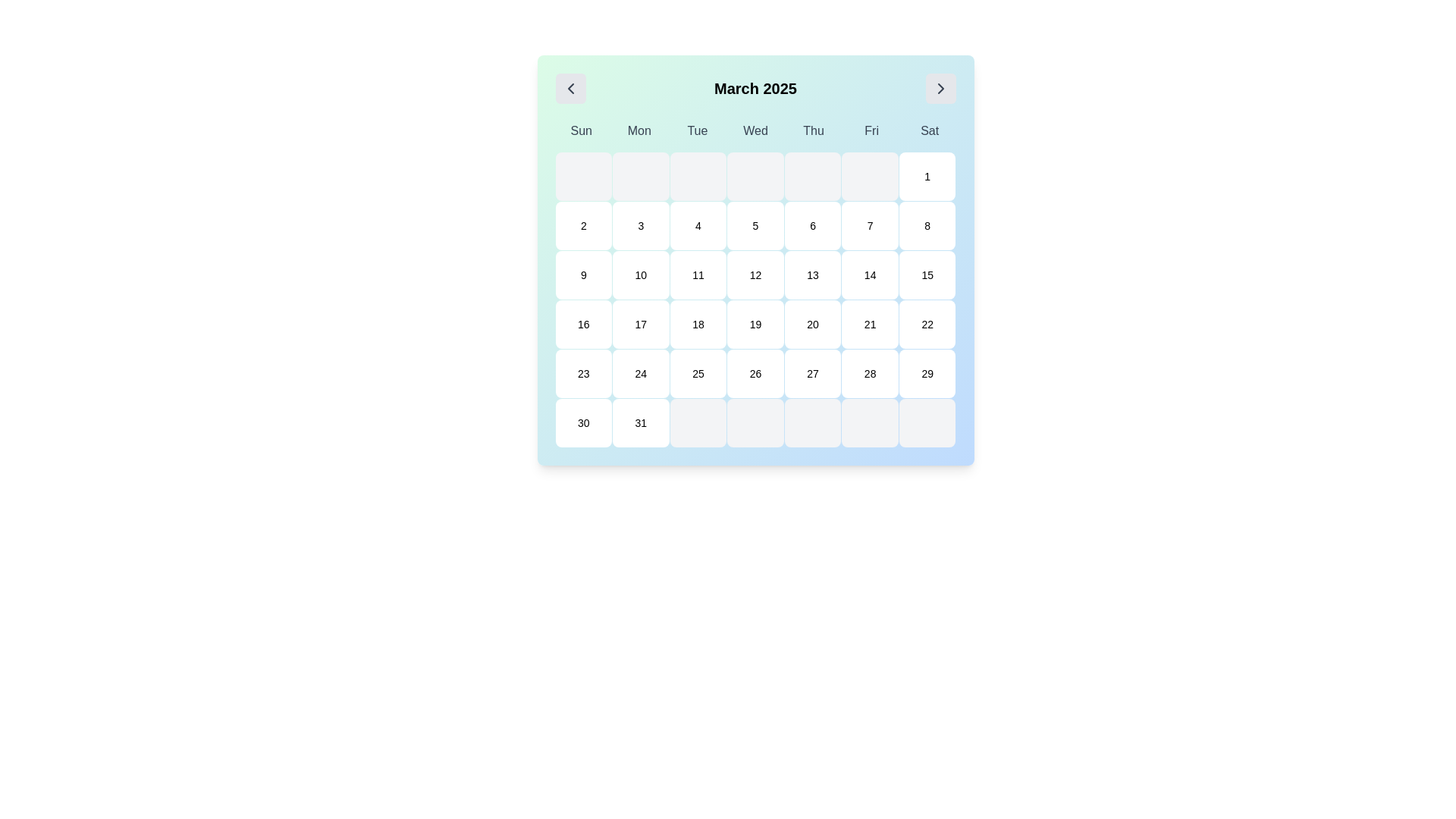 The width and height of the screenshot is (1456, 819). What do you see at coordinates (929, 130) in the screenshot?
I see `the Text label indicating Saturday in the calendar interface, located at the top-right corner next to the 'Fri' label` at bounding box center [929, 130].